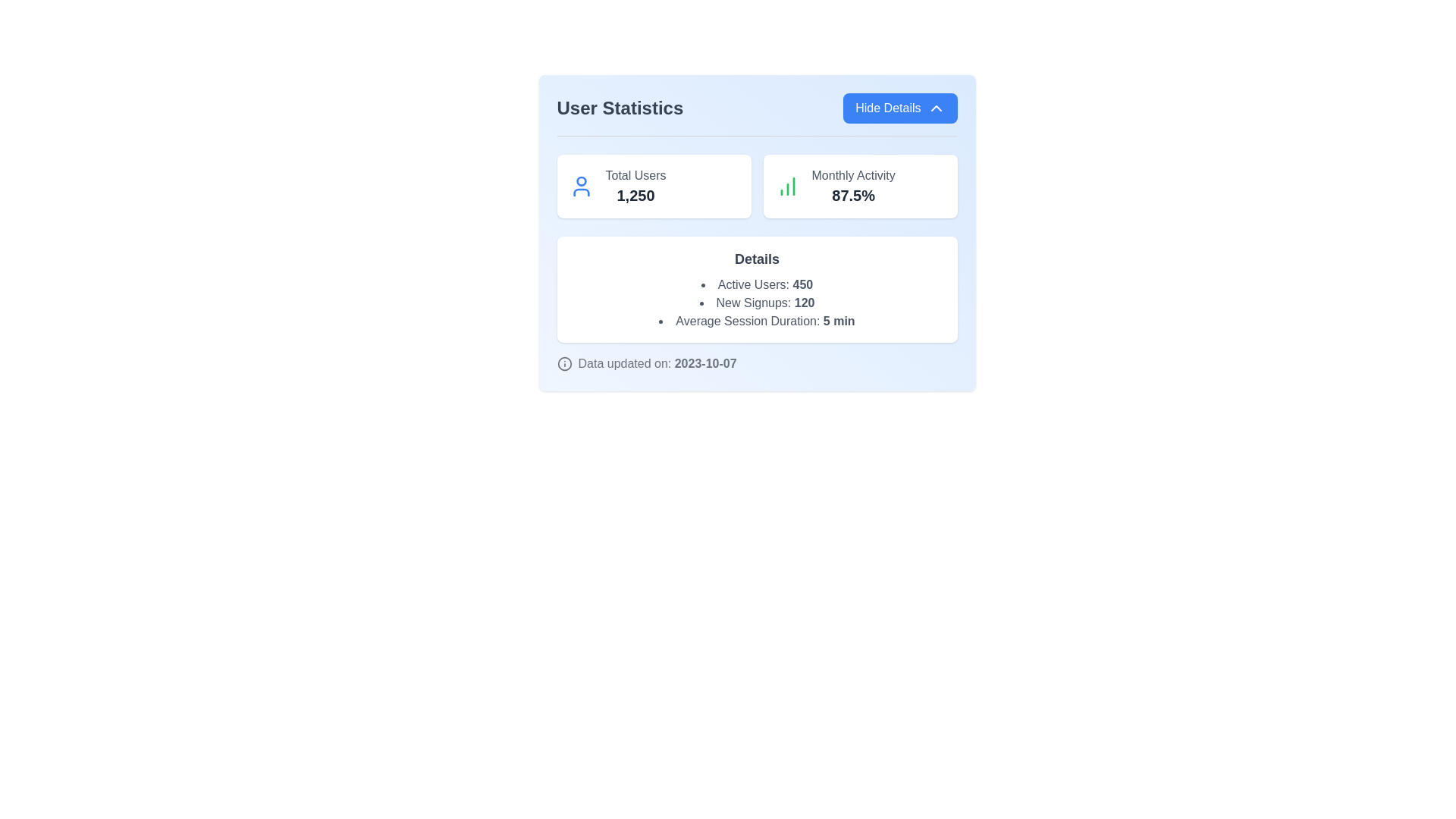  I want to click on text displaying the current number of active users, which is the first list item in the 'Details' card-like area, so click(757, 284).